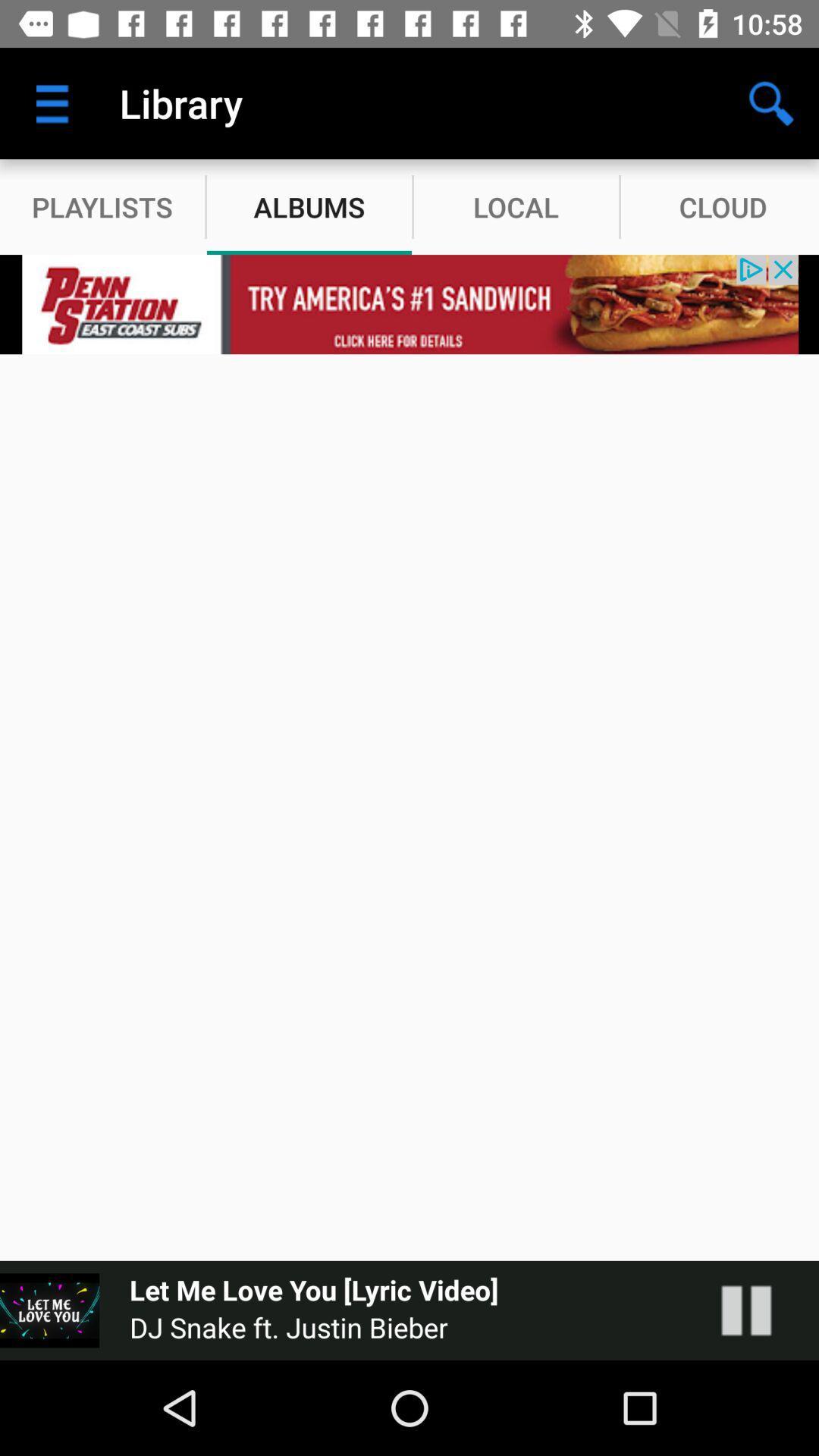 The height and width of the screenshot is (1456, 819). What do you see at coordinates (761, 1310) in the screenshot?
I see `pause button` at bounding box center [761, 1310].